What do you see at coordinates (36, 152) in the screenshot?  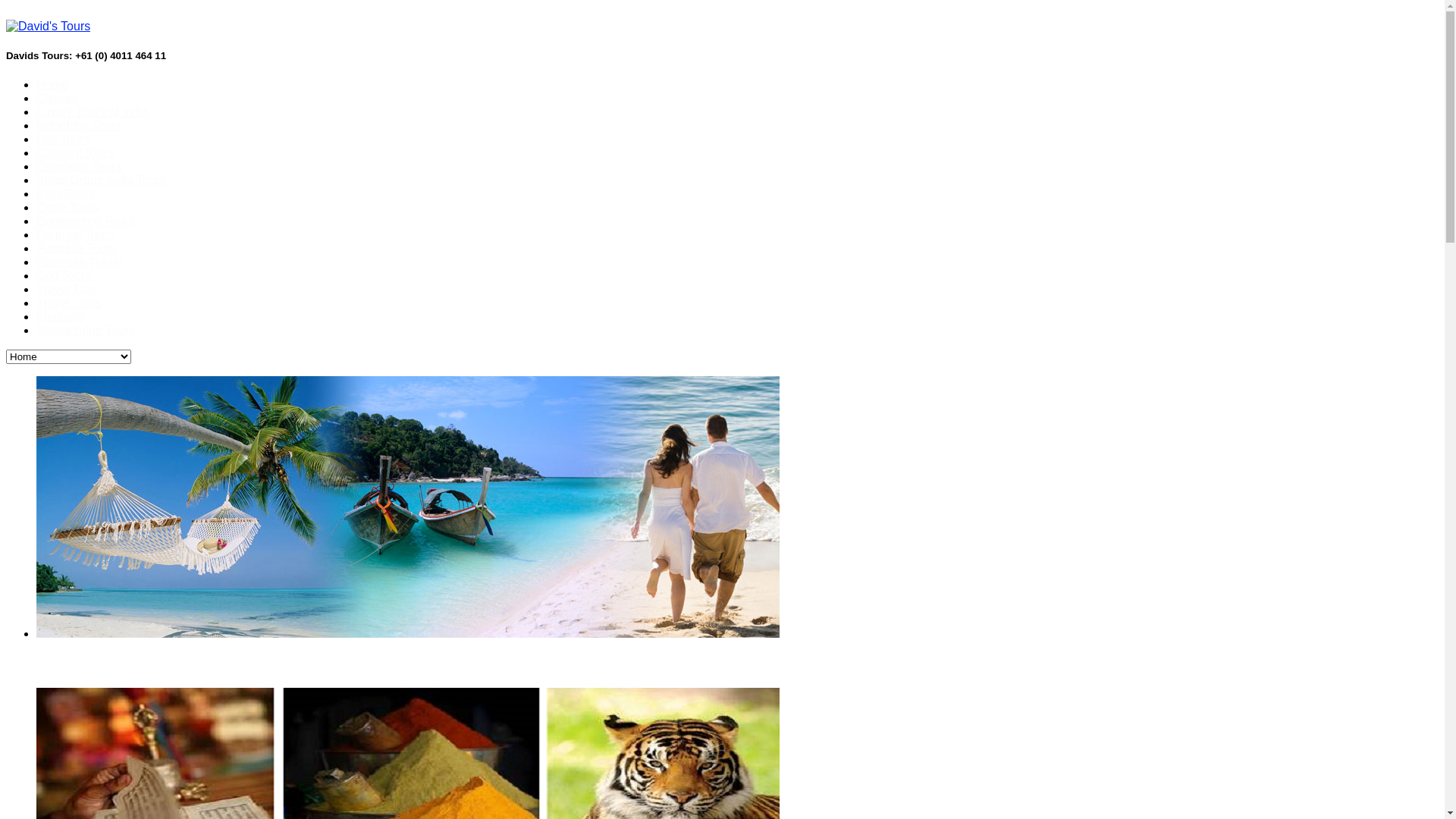 I see `'Culinary Tours'` at bounding box center [36, 152].